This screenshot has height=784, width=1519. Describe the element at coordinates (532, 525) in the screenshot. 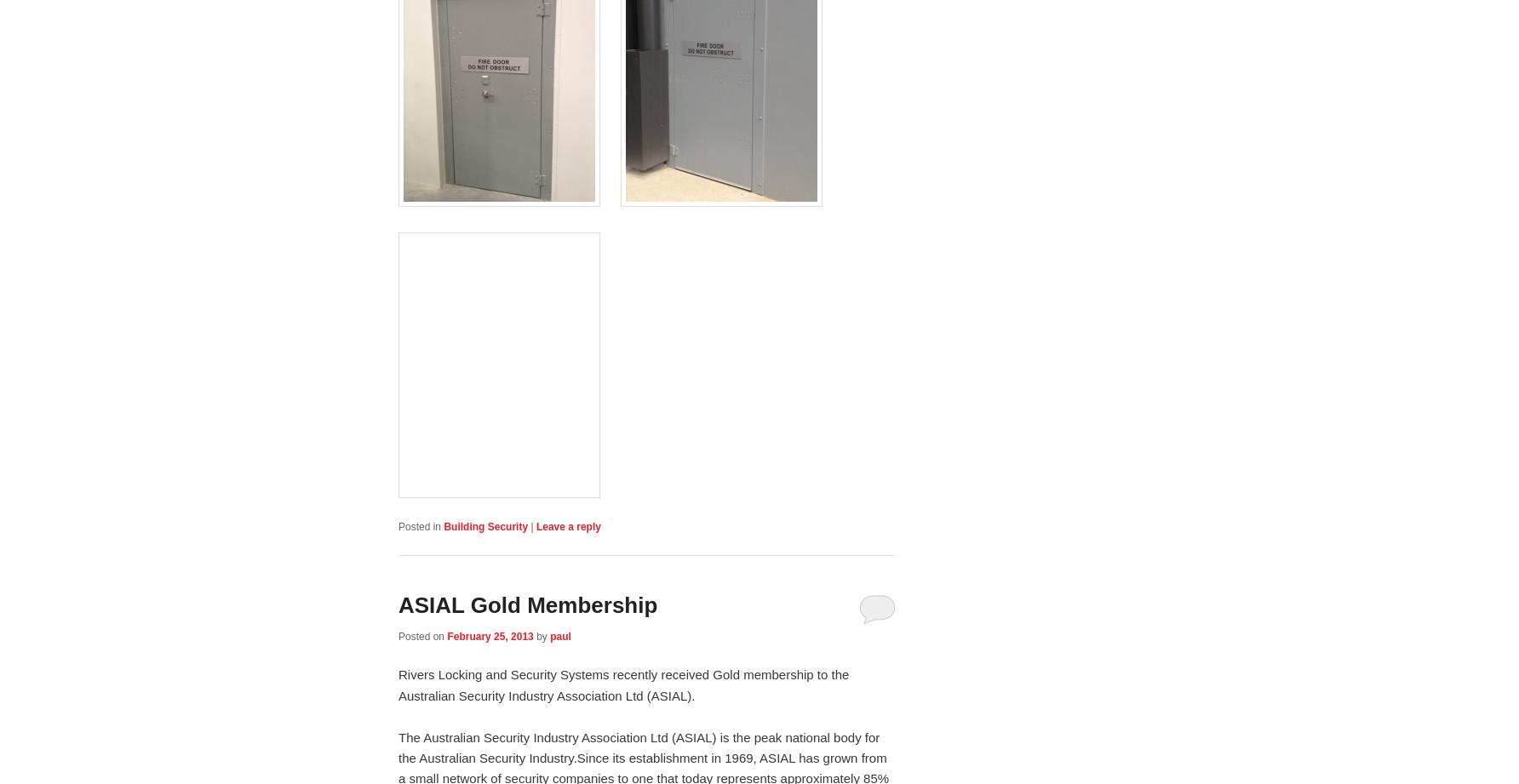

I see `'|'` at that location.